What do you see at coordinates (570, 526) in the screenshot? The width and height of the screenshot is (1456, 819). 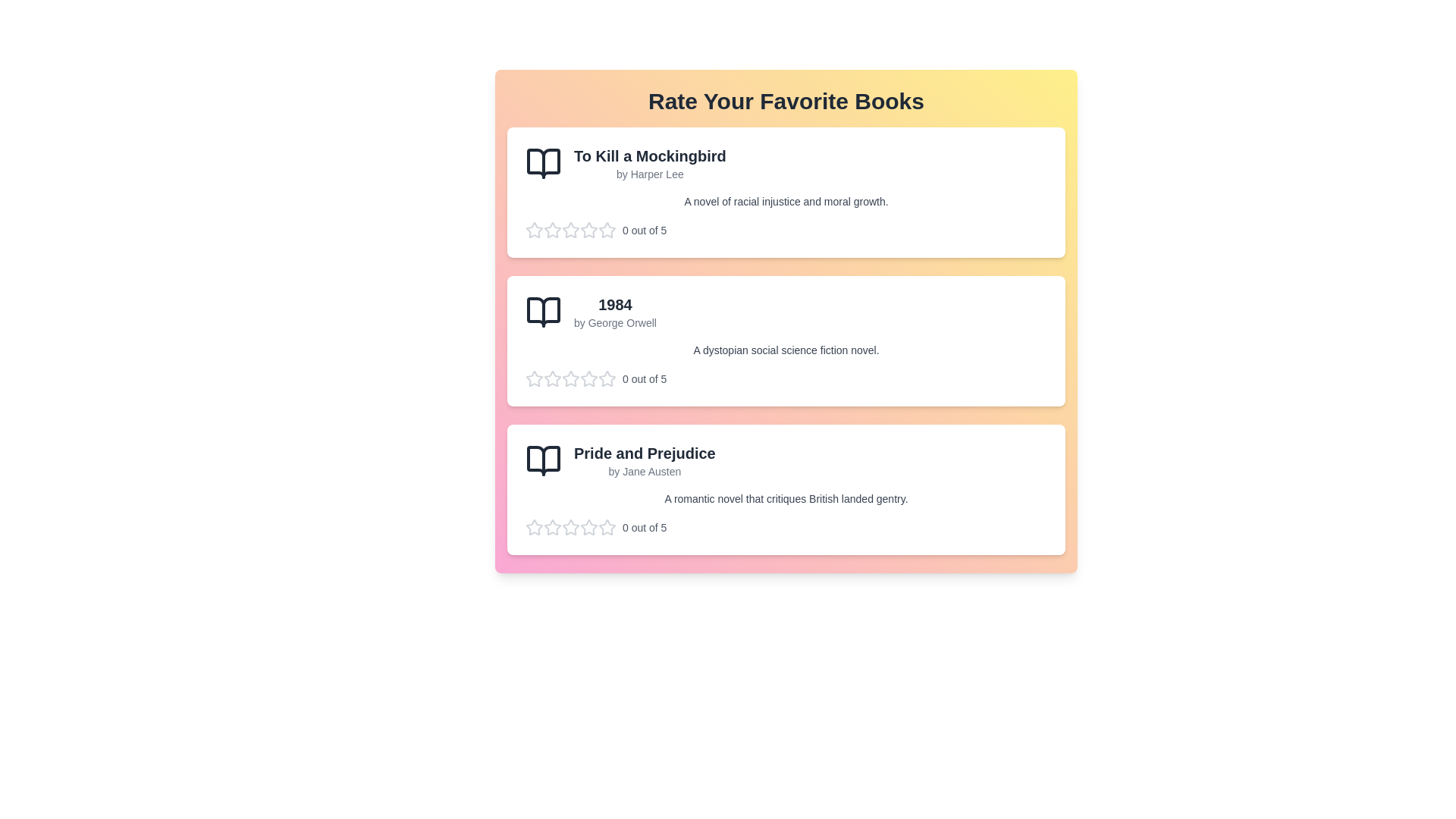 I see `the first star icon` at bounding box center [570, 526].